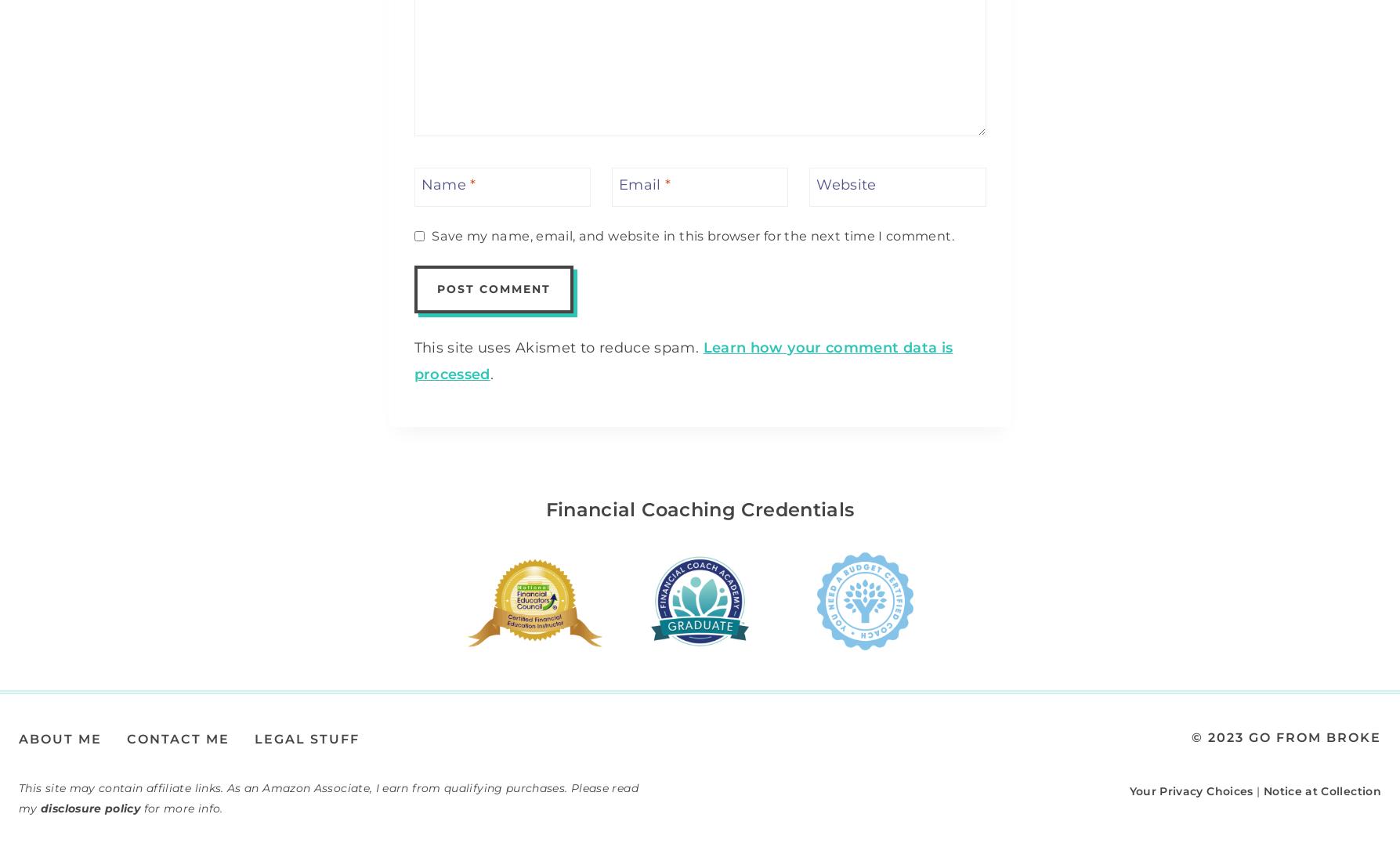  What do you see at coordinates (693, 234) in the screenshot?
I see `'Save my name, email, and website in this browser for the next time I comment.'` at bounding box center [693, 234].